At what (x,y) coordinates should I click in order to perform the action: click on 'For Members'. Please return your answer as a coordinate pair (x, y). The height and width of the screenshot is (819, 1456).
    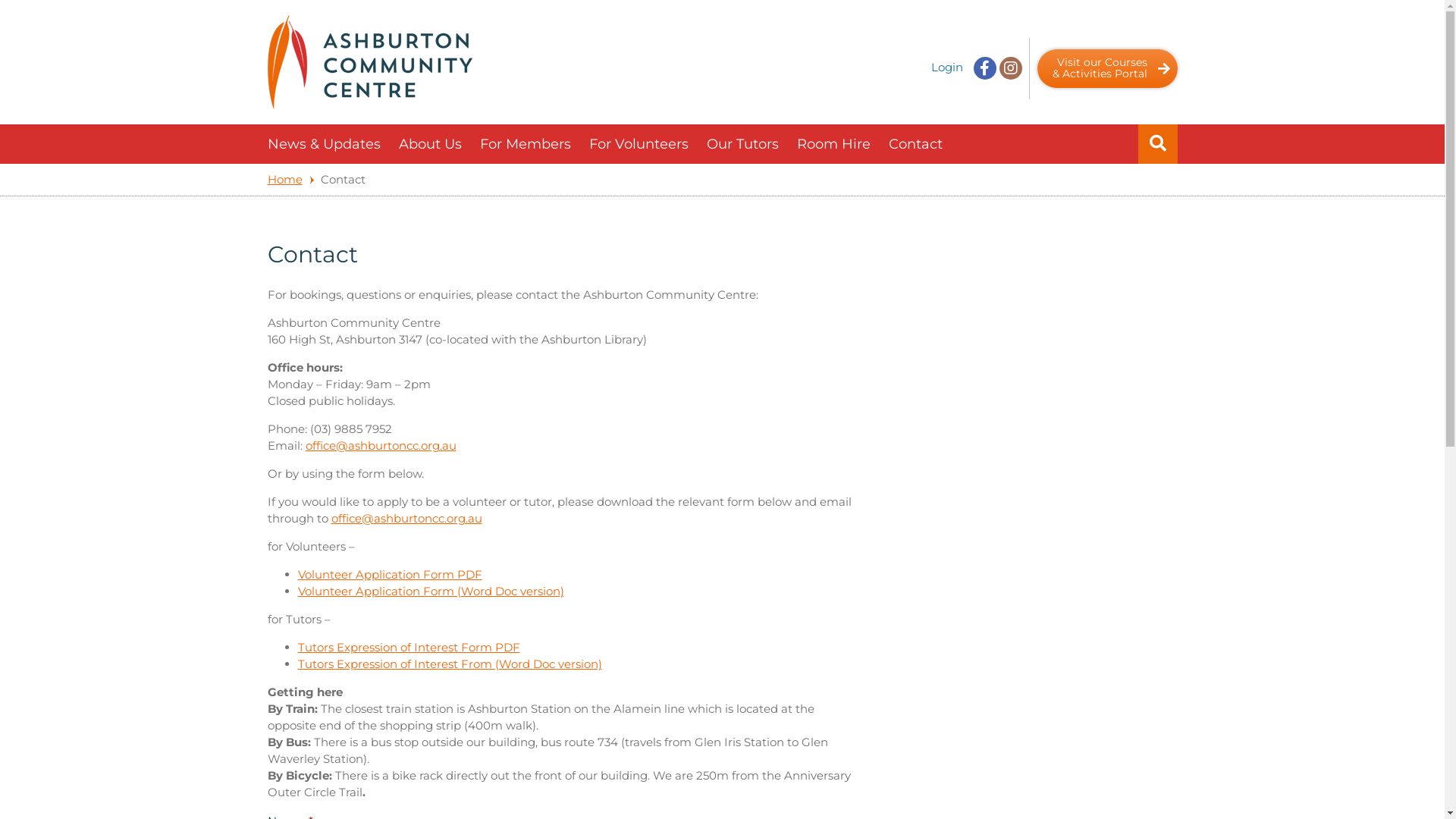
    Looking at the image, I should click on (524, 143).